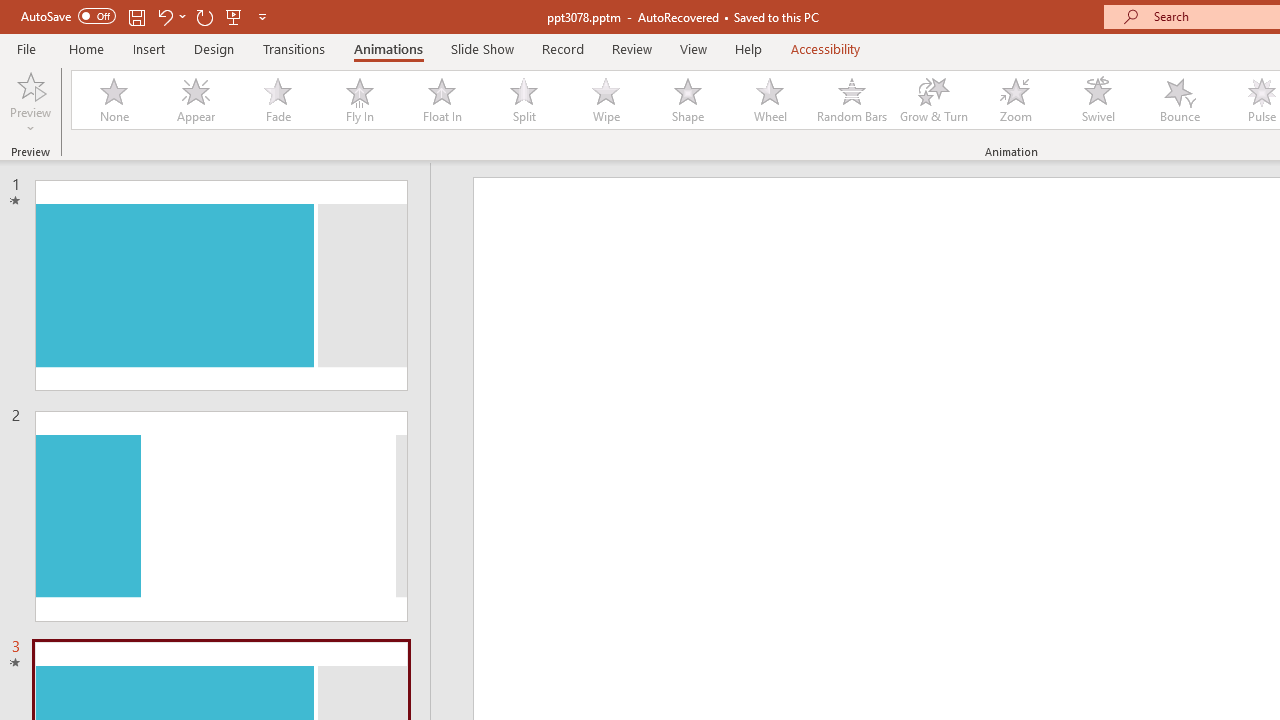  What do you see at coordinates (604, 100) in the screenshot?
I see `'Wipe'` at bounding box center [604, 100].